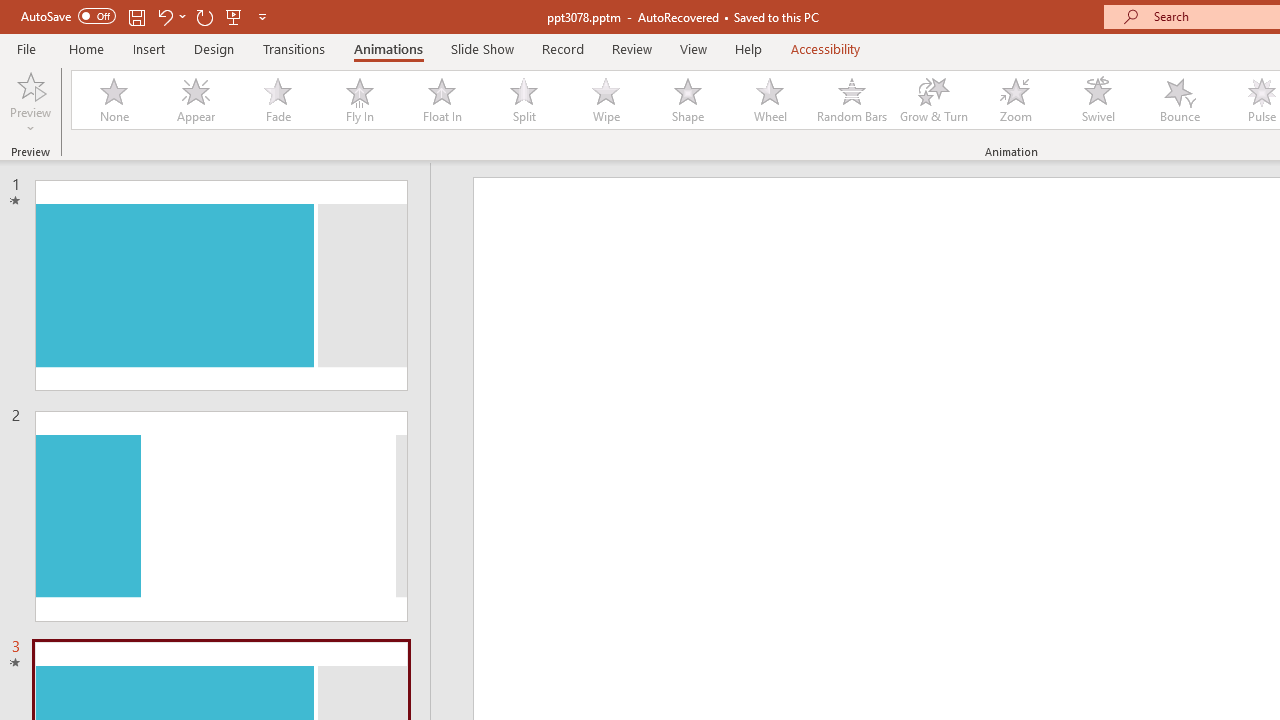  What do you see at coordinates (604, 100) in the screenshot?
I see `'Wipe'` at bounding box center [604, 100].